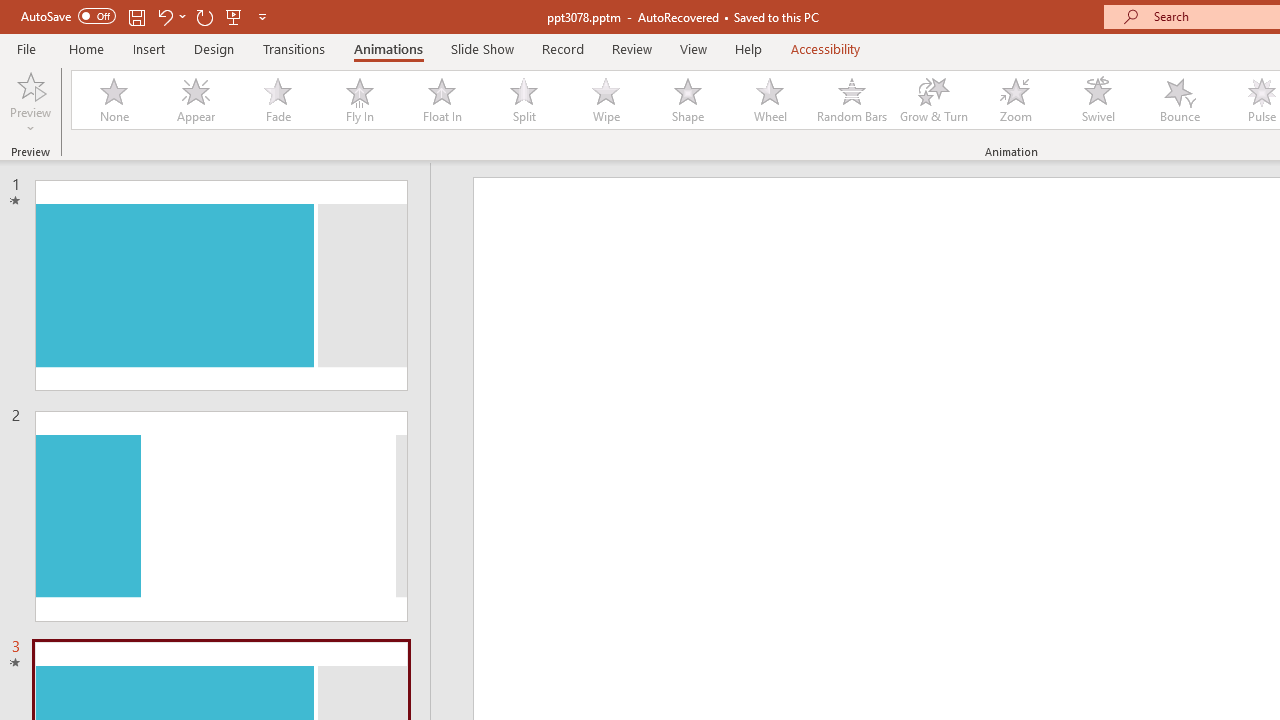  What do you see at coordinates (604, 100) in the screenshot?
I see `'Wipe'` at bounding box center [604, 100].